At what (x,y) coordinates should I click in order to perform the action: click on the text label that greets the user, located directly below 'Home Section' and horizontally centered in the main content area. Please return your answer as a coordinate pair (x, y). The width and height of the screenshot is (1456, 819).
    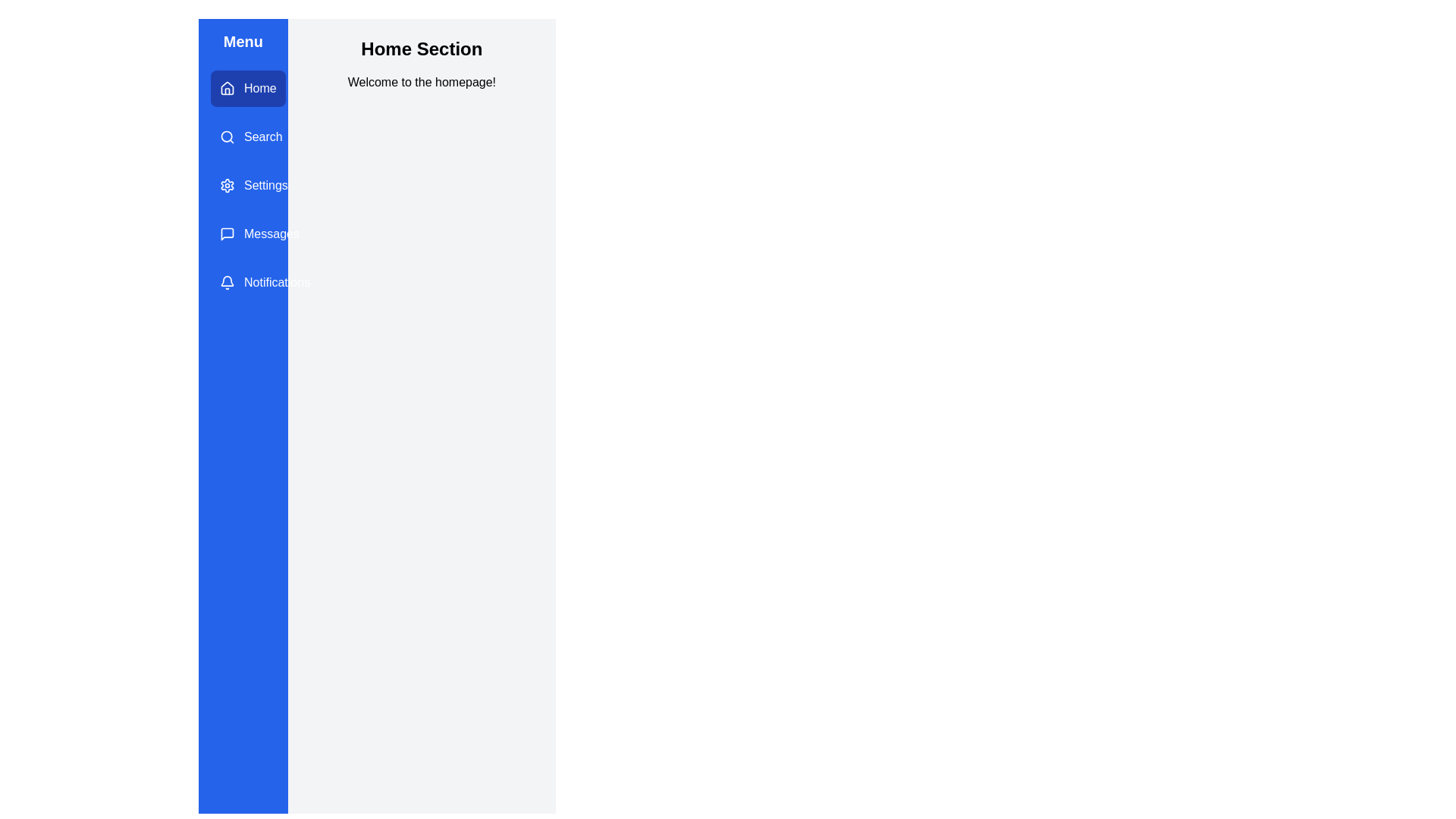
    Looking at the image, I should click on (422, 82).